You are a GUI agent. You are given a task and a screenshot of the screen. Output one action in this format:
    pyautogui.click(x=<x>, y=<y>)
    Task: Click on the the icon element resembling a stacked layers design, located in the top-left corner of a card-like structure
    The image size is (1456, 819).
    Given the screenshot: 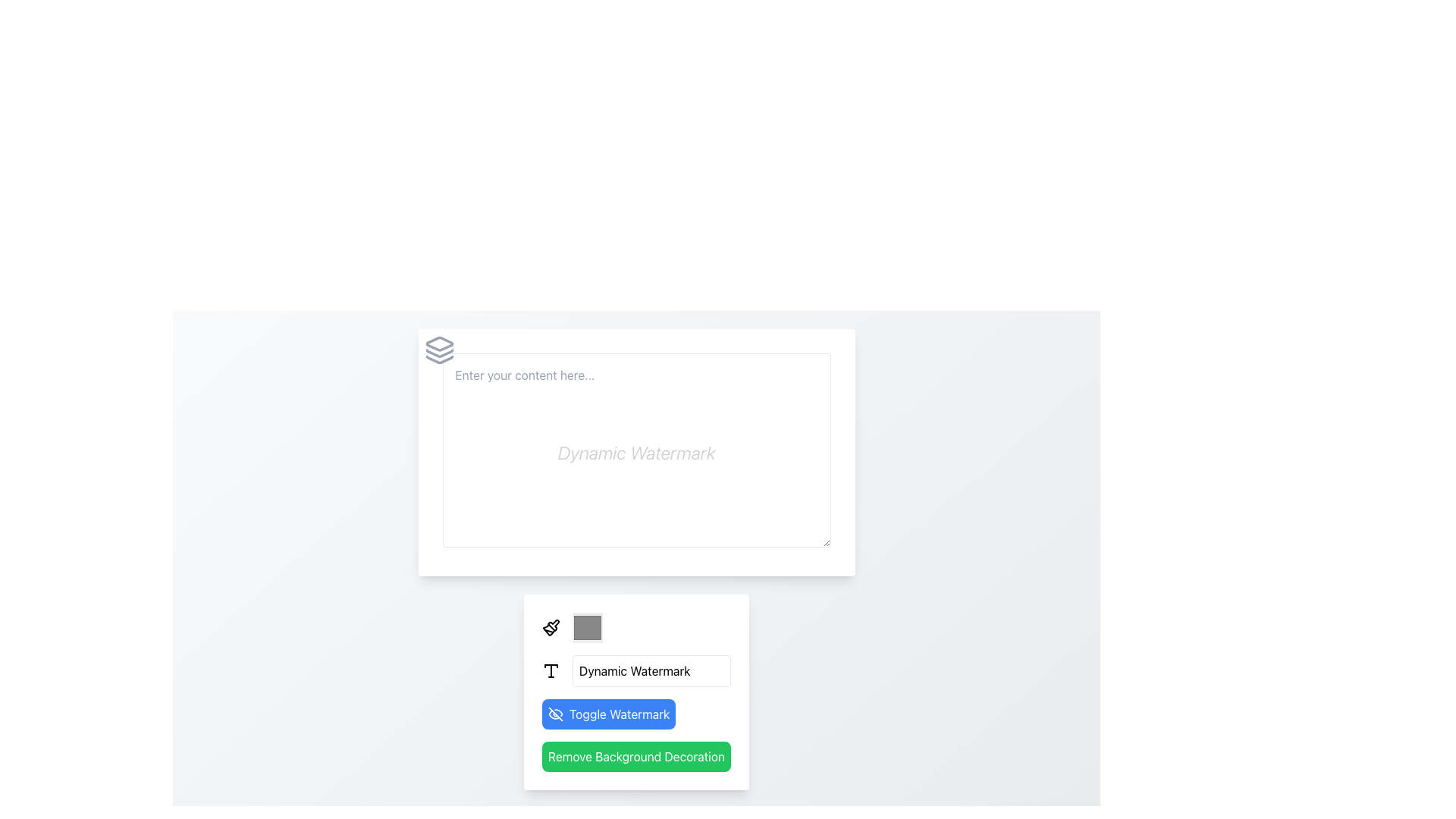 What is the action you would take?
    pyautogui.click(x=438, y=350)
    